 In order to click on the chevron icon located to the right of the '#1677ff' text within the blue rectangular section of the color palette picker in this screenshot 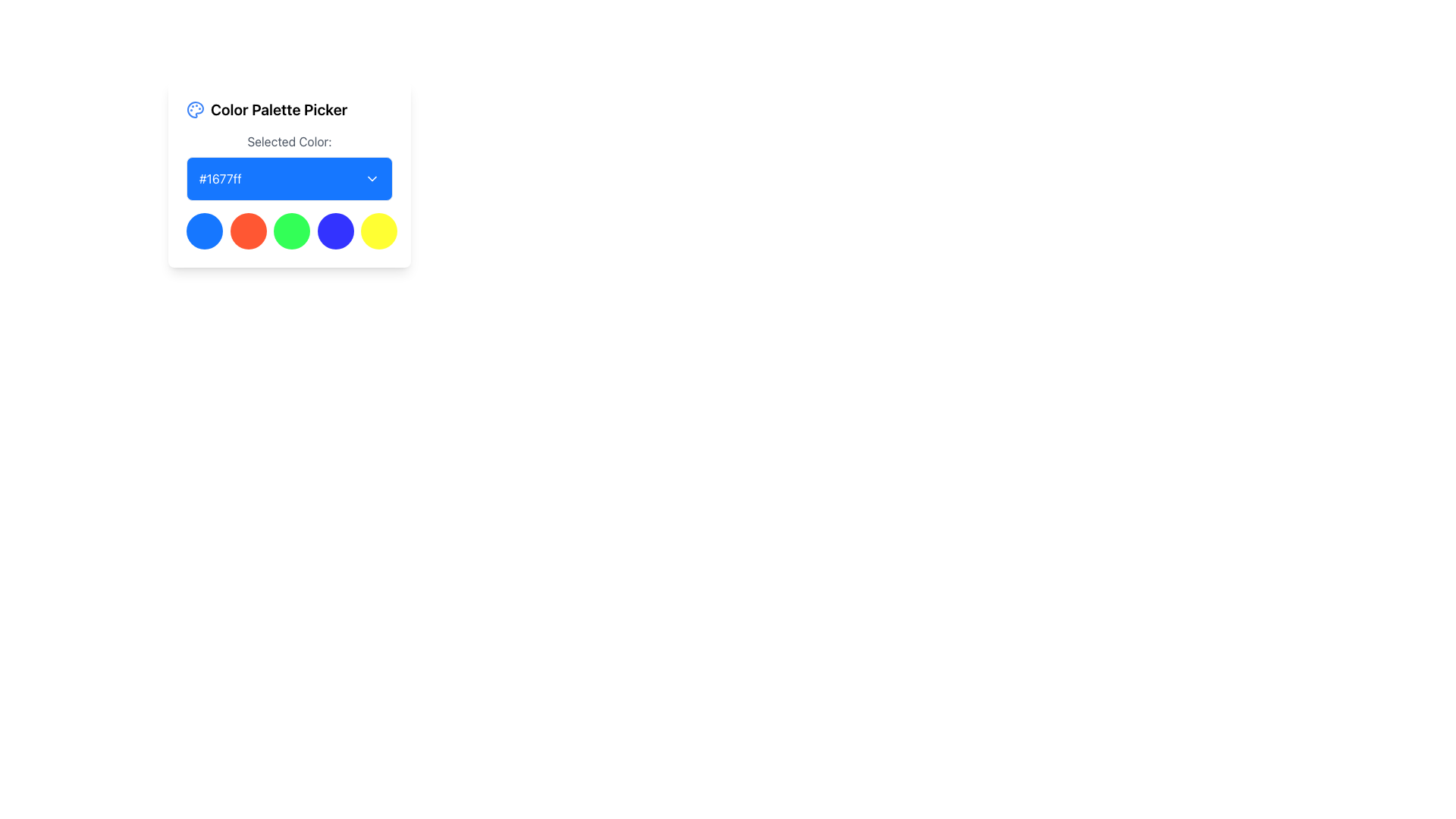, I will do `click(372, 177)`.